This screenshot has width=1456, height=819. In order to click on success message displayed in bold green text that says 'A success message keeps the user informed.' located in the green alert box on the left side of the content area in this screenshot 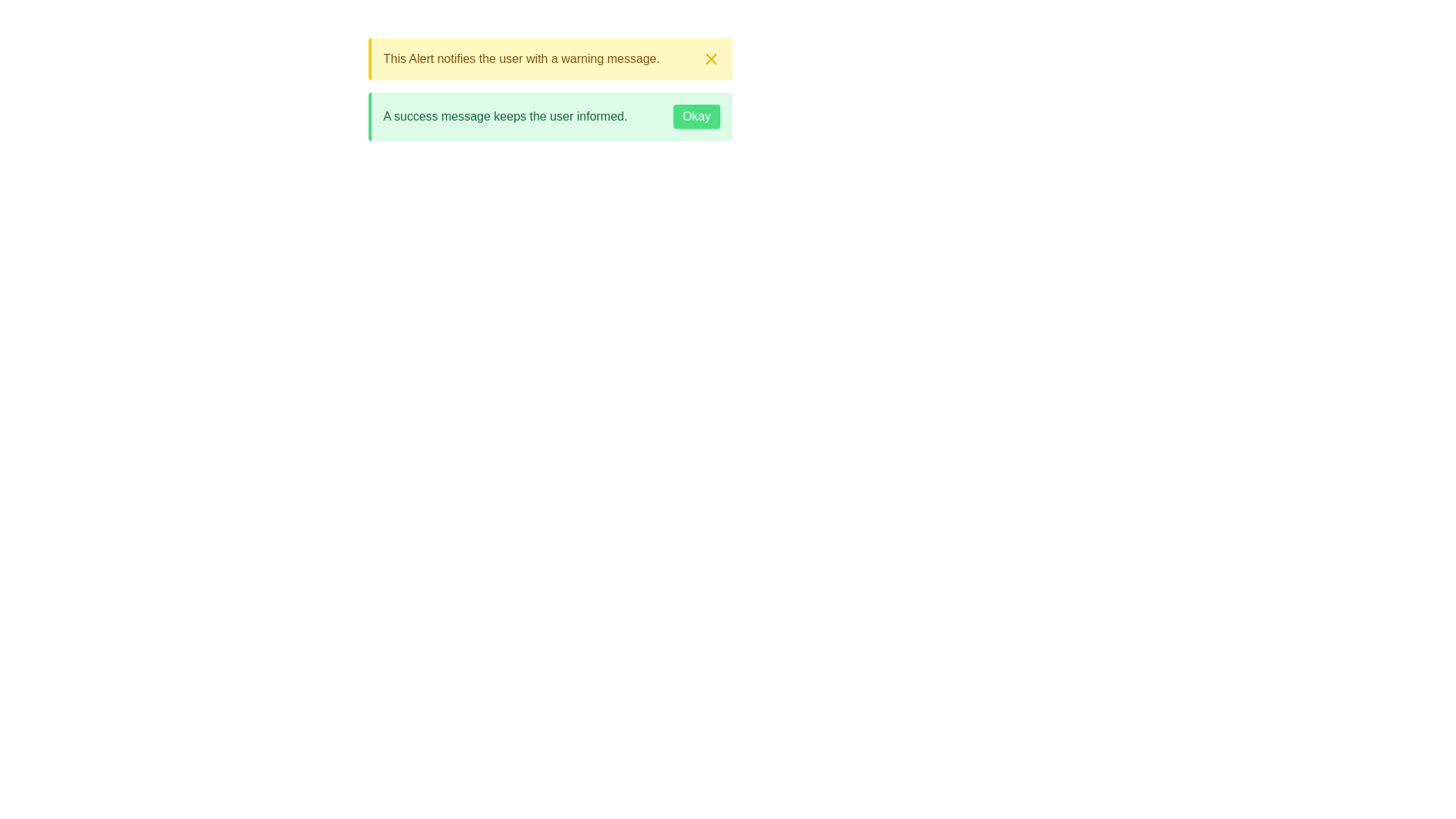, I will do `click(505, 116)`.